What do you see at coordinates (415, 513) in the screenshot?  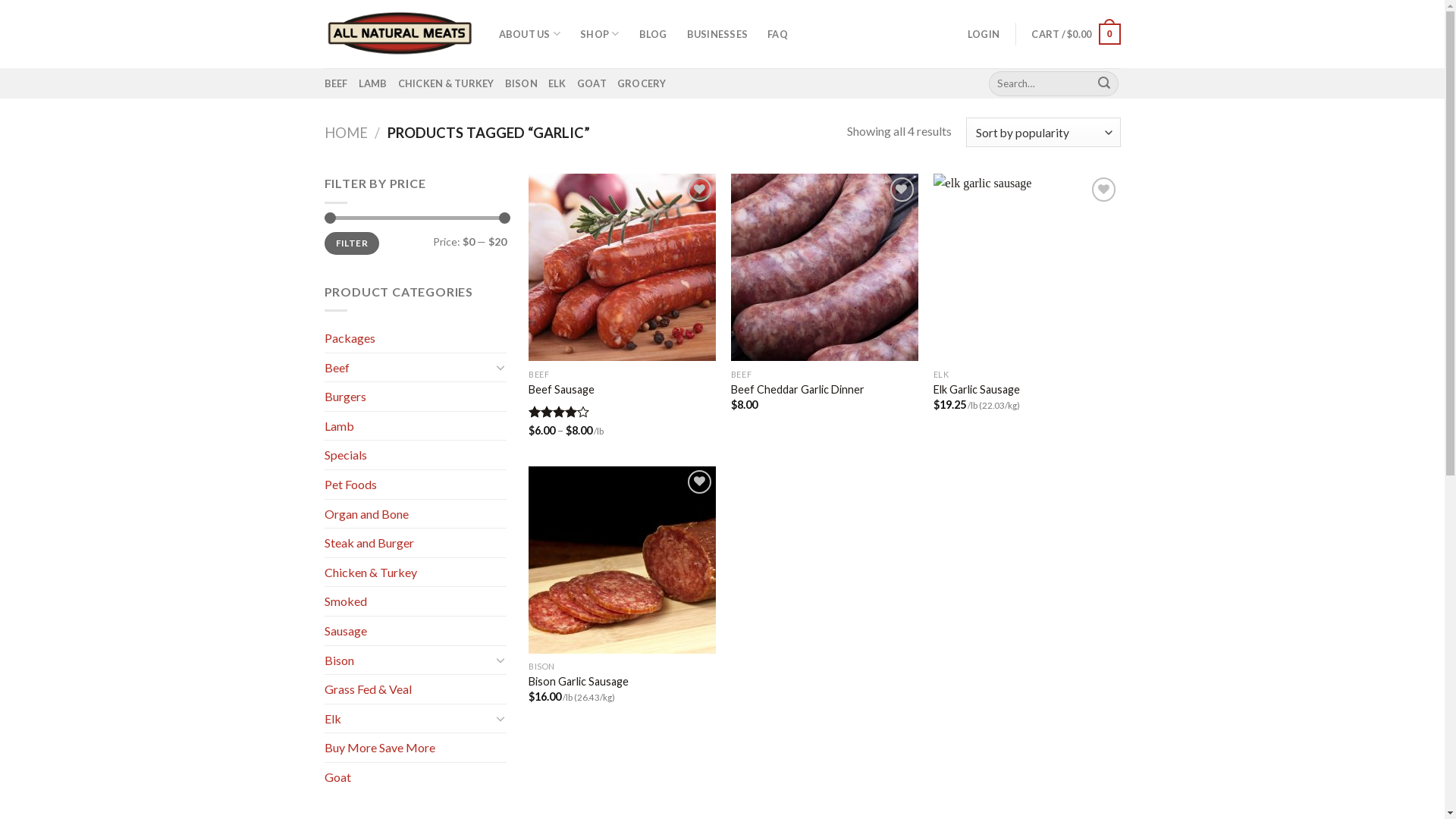 I see `'Organ and Bone'` at bounding box center [415, 513].